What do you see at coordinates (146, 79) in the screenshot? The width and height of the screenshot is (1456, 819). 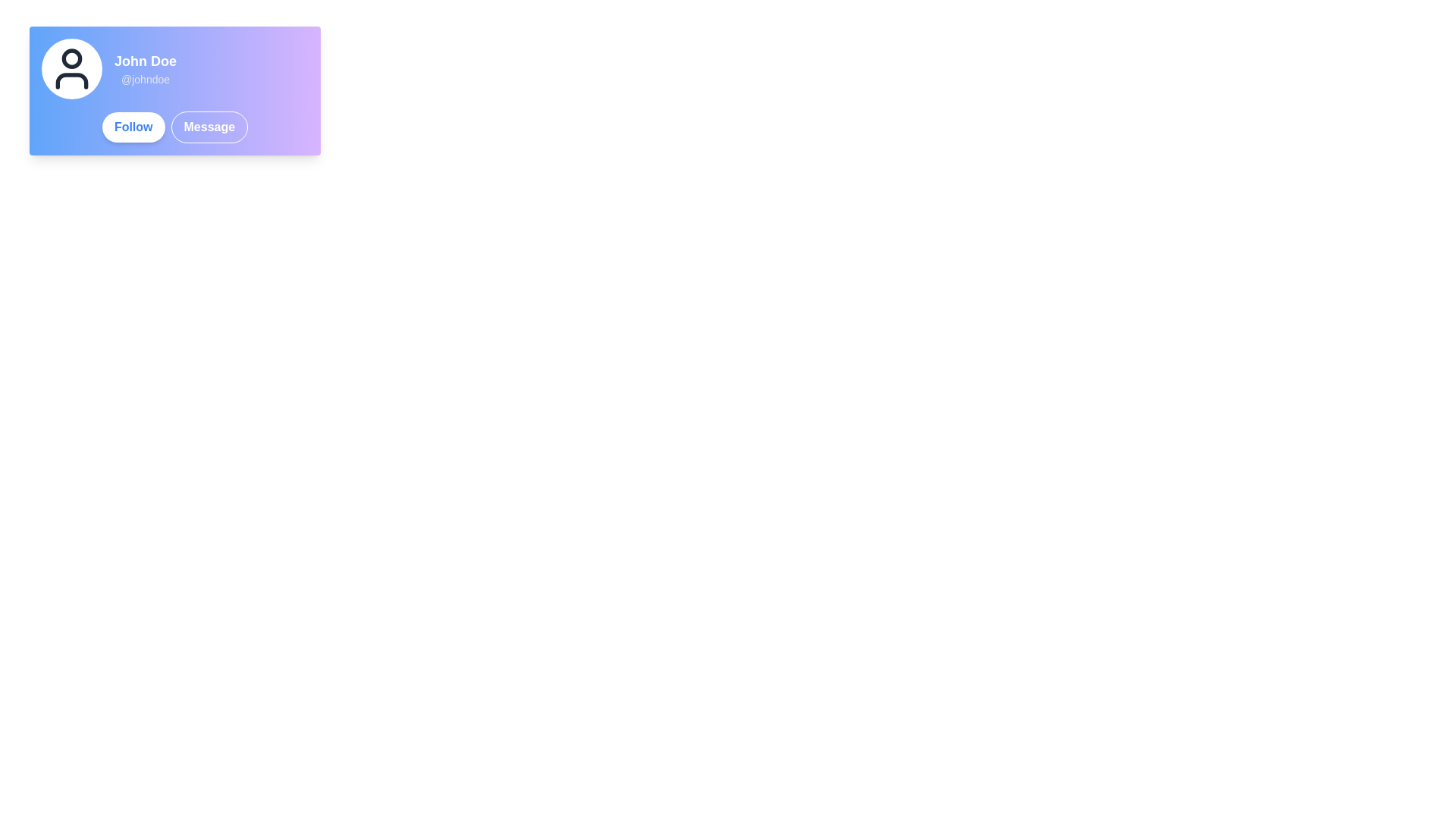 I see `the text display element '@johndoe' located within the blue-to-purple gradient card for profile navigation` at bounding box center [146, 79].